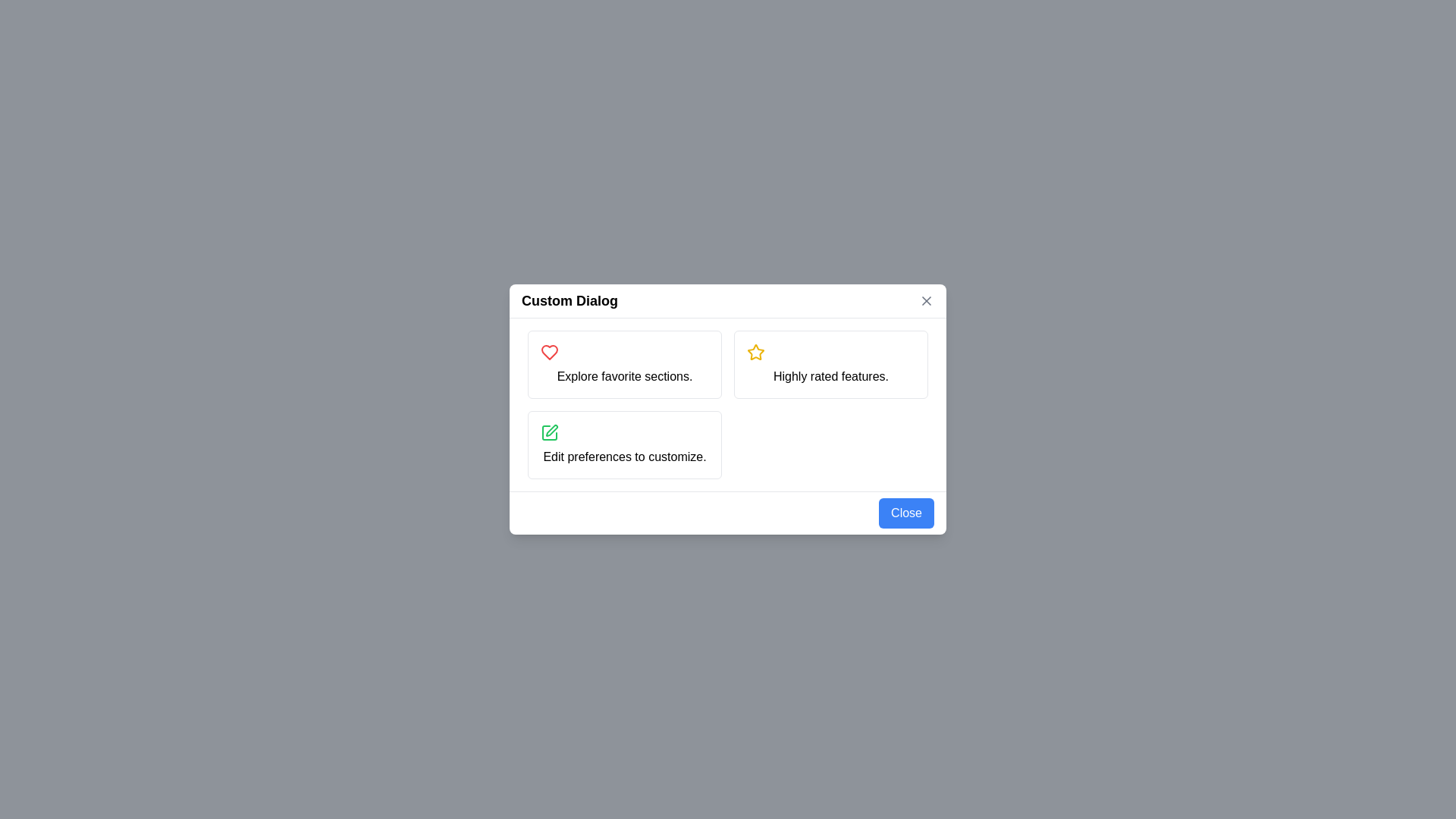 The width and height of the screenshot is (1456, 819). What do you see at coordinates (548, 432) in the screenshot?
I see `the green drawing tool icon located in the bottom-left area of the dialog, next to the text 'Edit preferences to customize.'` at bounding box center [548, 432].